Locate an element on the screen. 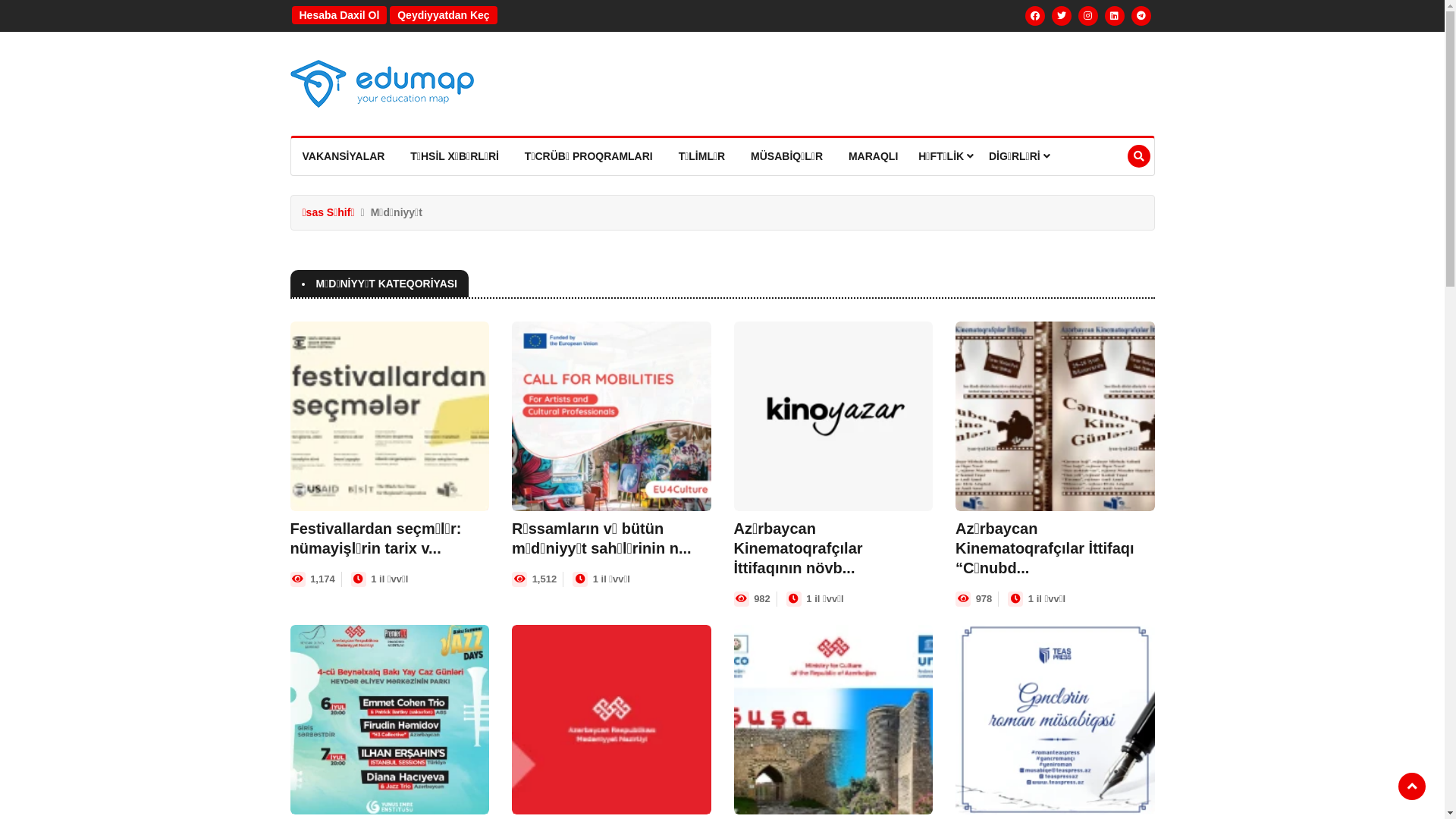  'Telegram' is located at coordinates (1131, 15).